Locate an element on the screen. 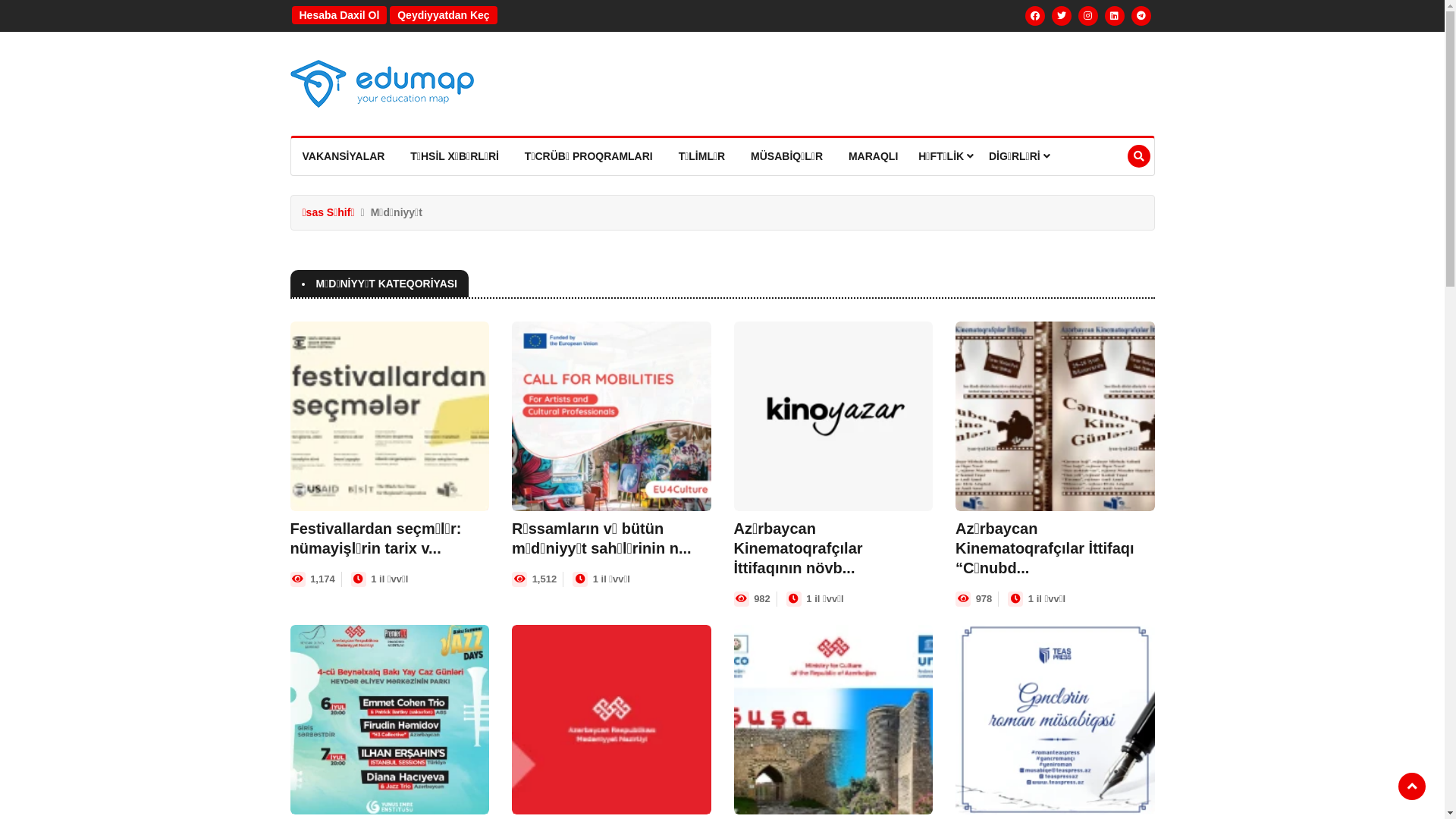  'Telegram' is located at coordinates (1131, 15).